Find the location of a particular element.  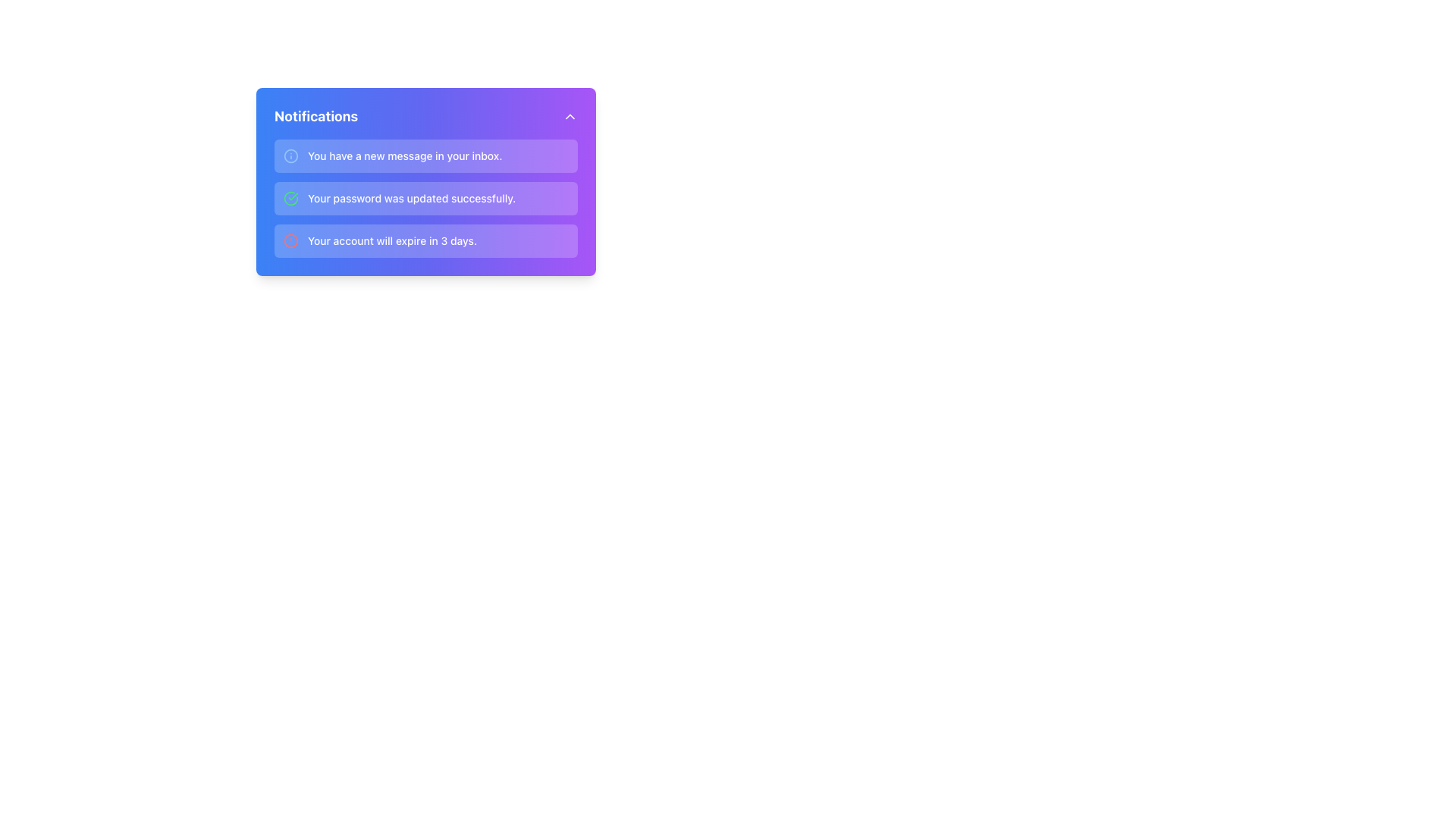

the label that identifies the notifications section, located at the top-left of the notification card is located at coordinates (315, 116).